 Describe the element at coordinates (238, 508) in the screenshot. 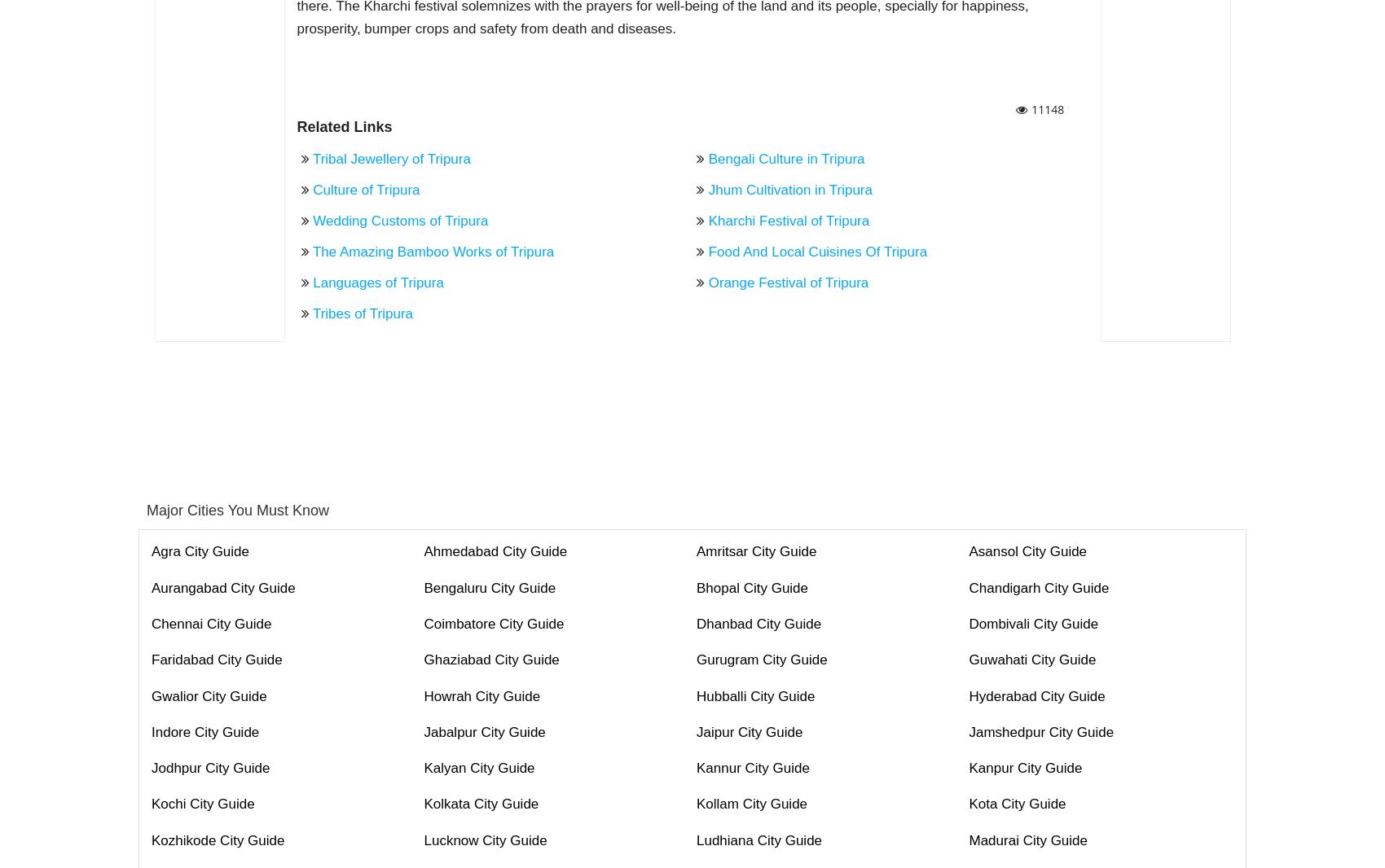

I see `'Major Cities You Must Know'` at that location.